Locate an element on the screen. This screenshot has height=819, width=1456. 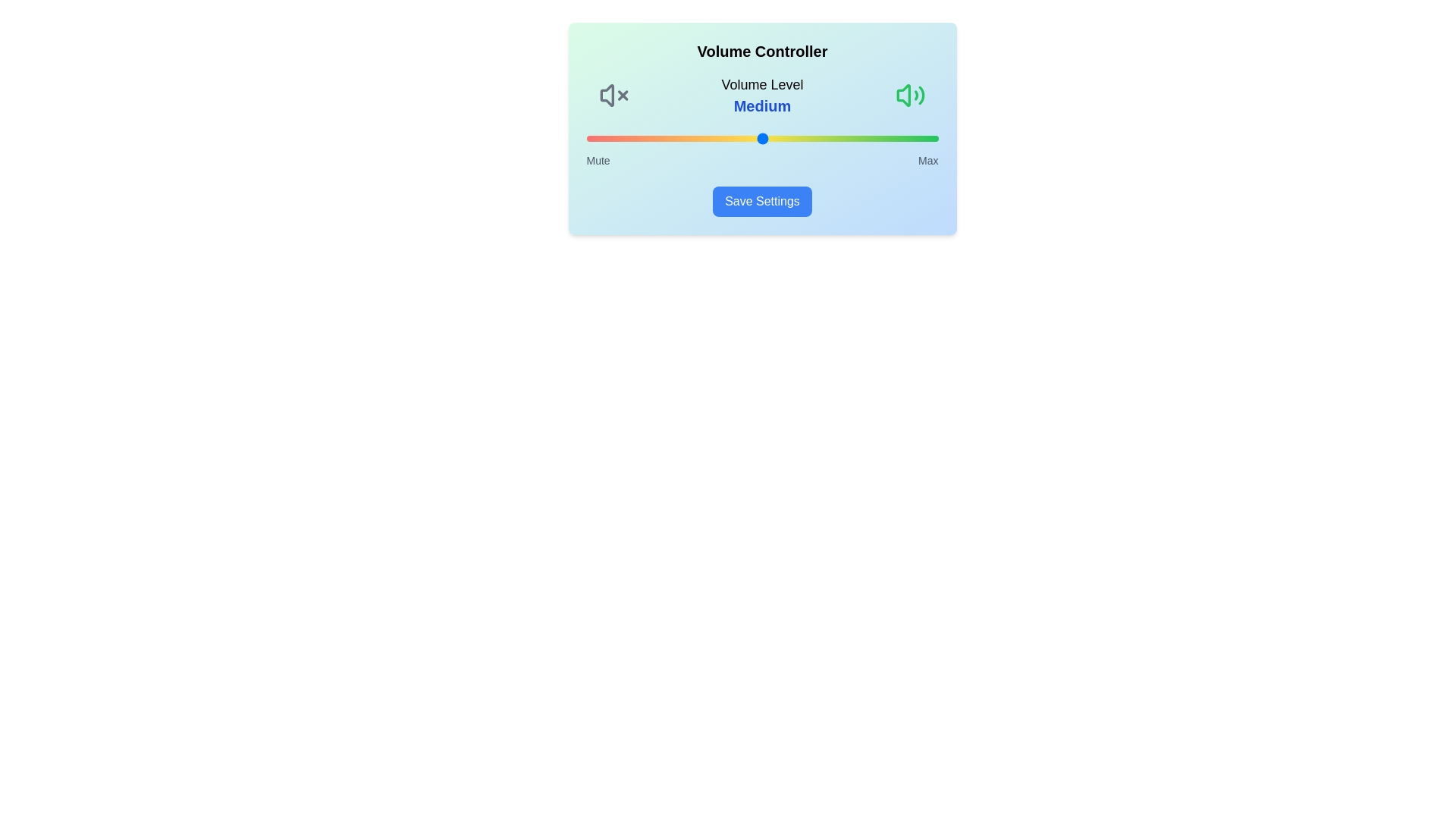
the volume slider to set the volume level to 23 is located at coordinates (667, 138).